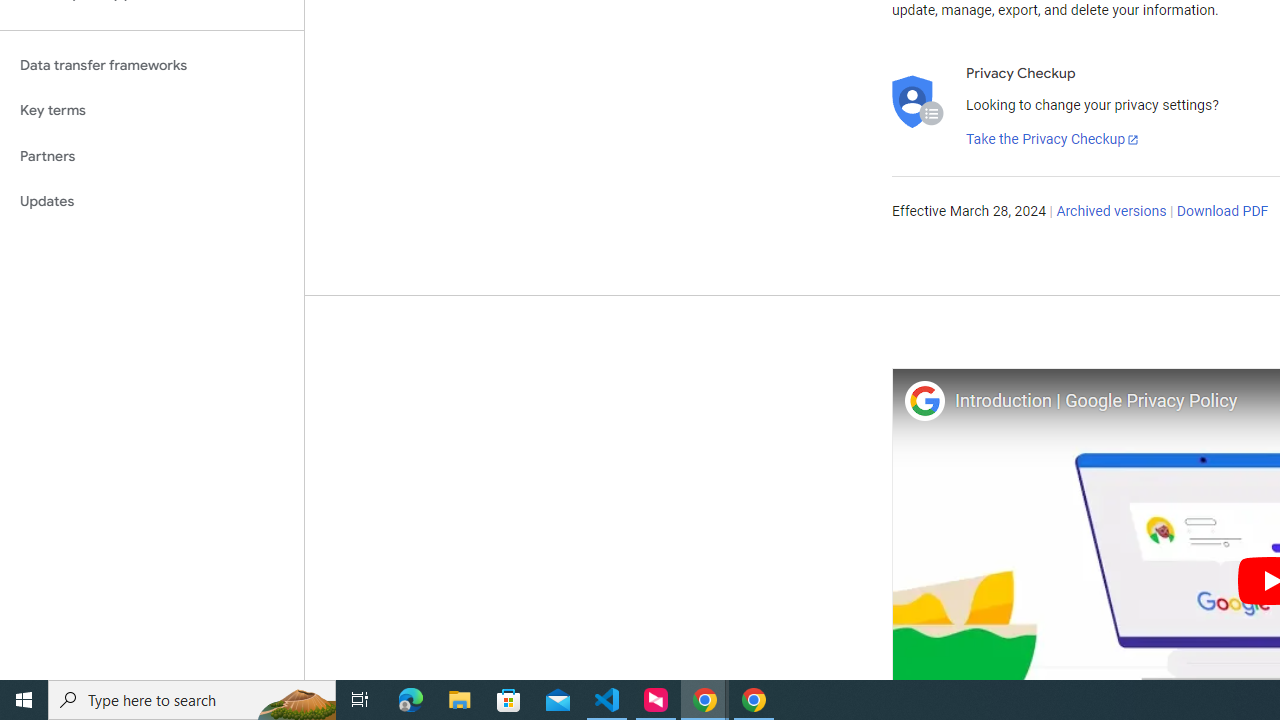 The width and height of the screenshot is (1280, 720). Describe the element at coordinates (1110, 212) in the screenshot. I see `'Archived versions'` at that location.